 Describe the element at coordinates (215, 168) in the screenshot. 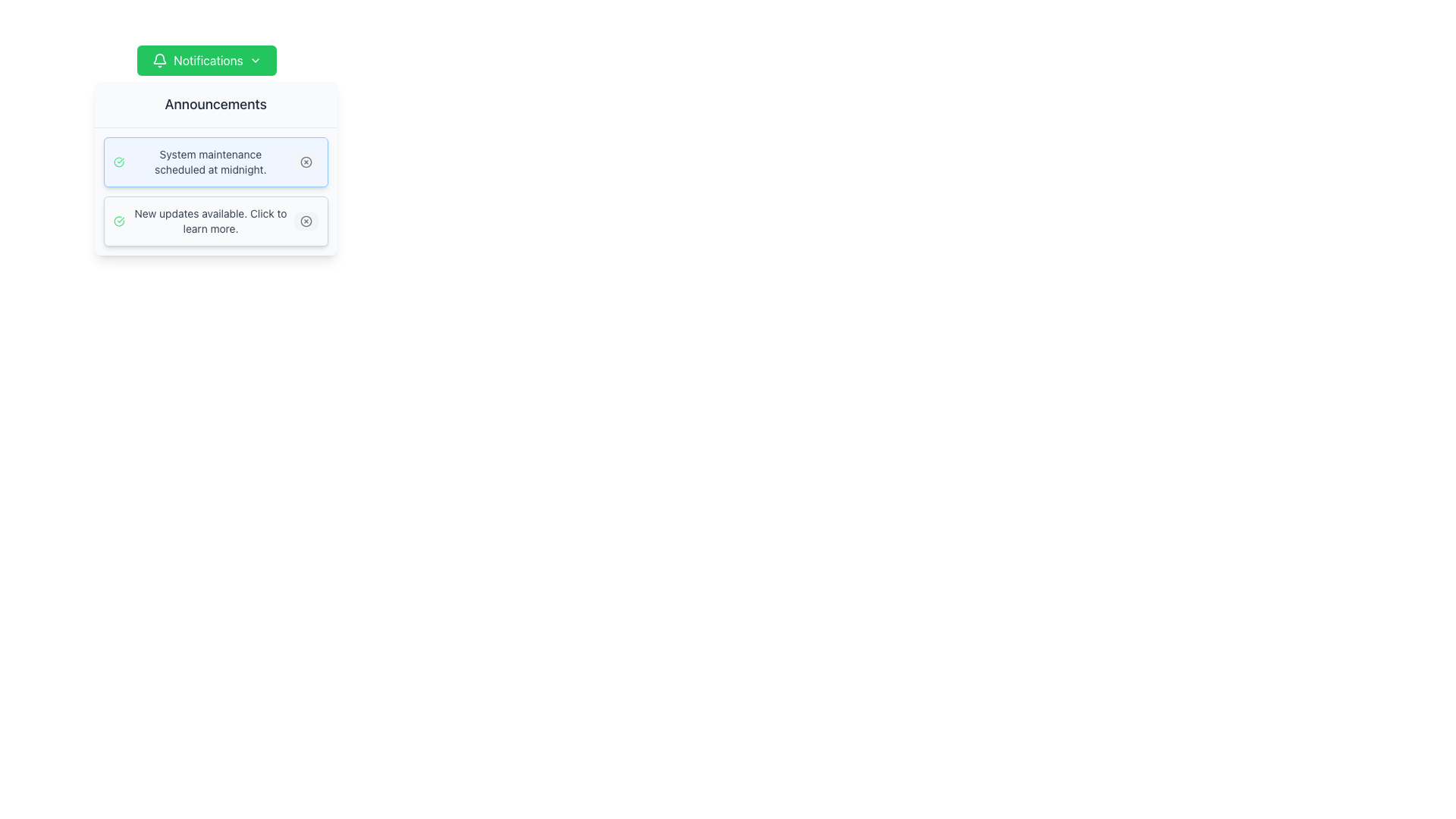

I see `text inside the notification panel titled 'Announcements' located in the top-right section of the interface below the 'Notifications' button` at that location.